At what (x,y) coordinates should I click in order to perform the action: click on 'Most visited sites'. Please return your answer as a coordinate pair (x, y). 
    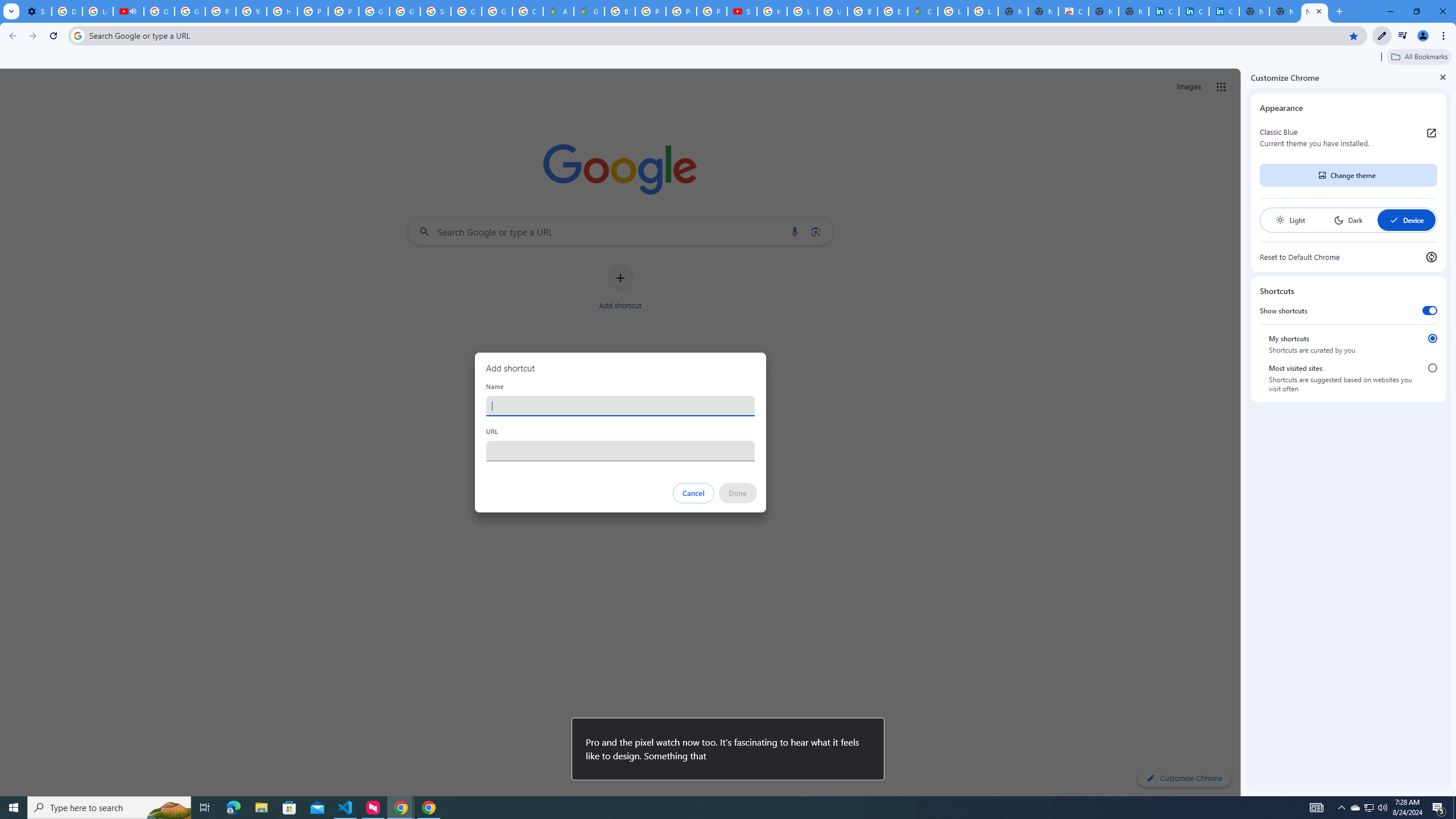
    Looking at the image, I should click on (1433, 368).